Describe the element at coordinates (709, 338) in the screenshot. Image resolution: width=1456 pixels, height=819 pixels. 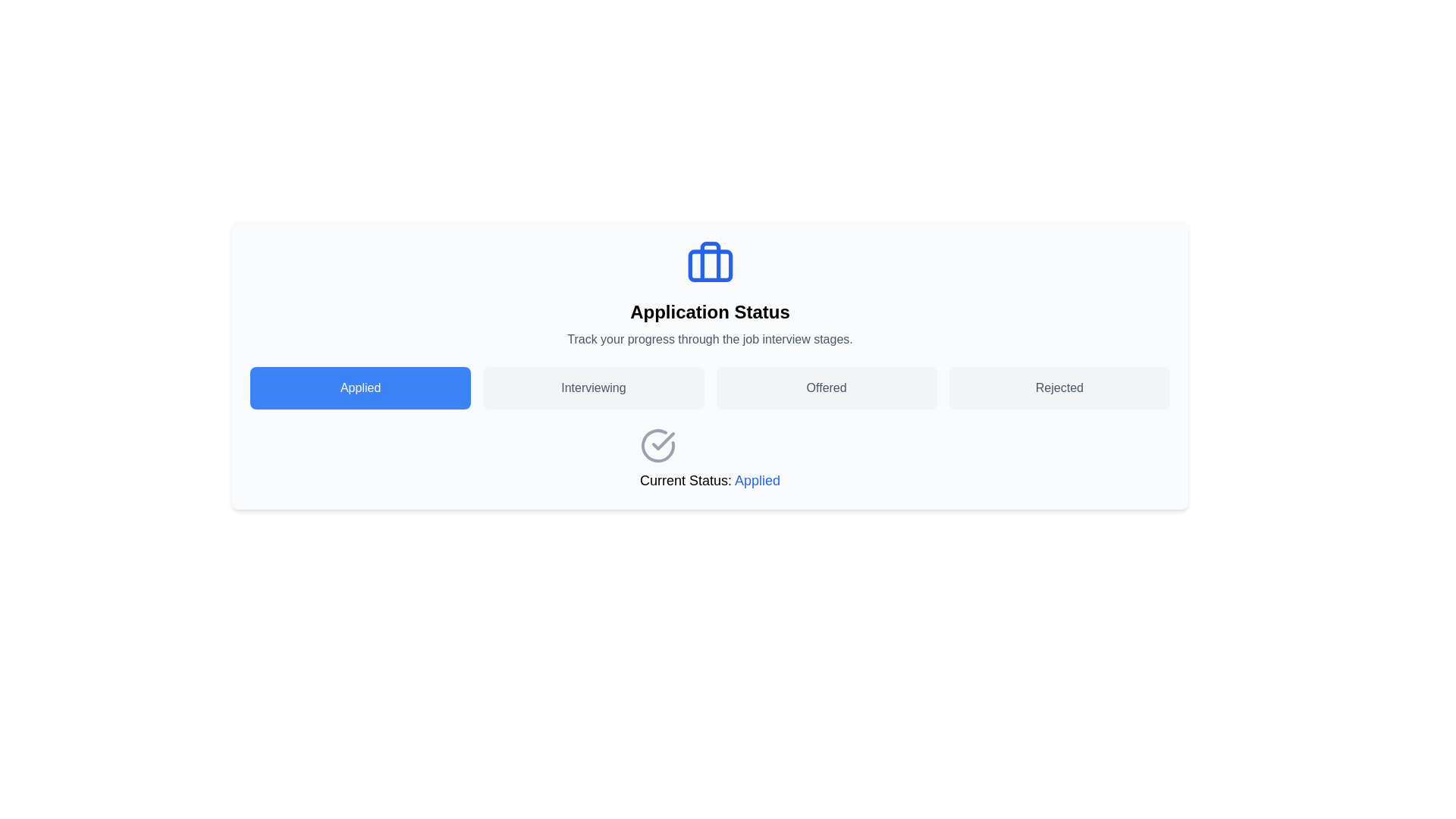
I see `the explanatory text label that provides context about the purpose of the surrounding UI, located immediately after the header text labeled 'Application Status'` at that location.